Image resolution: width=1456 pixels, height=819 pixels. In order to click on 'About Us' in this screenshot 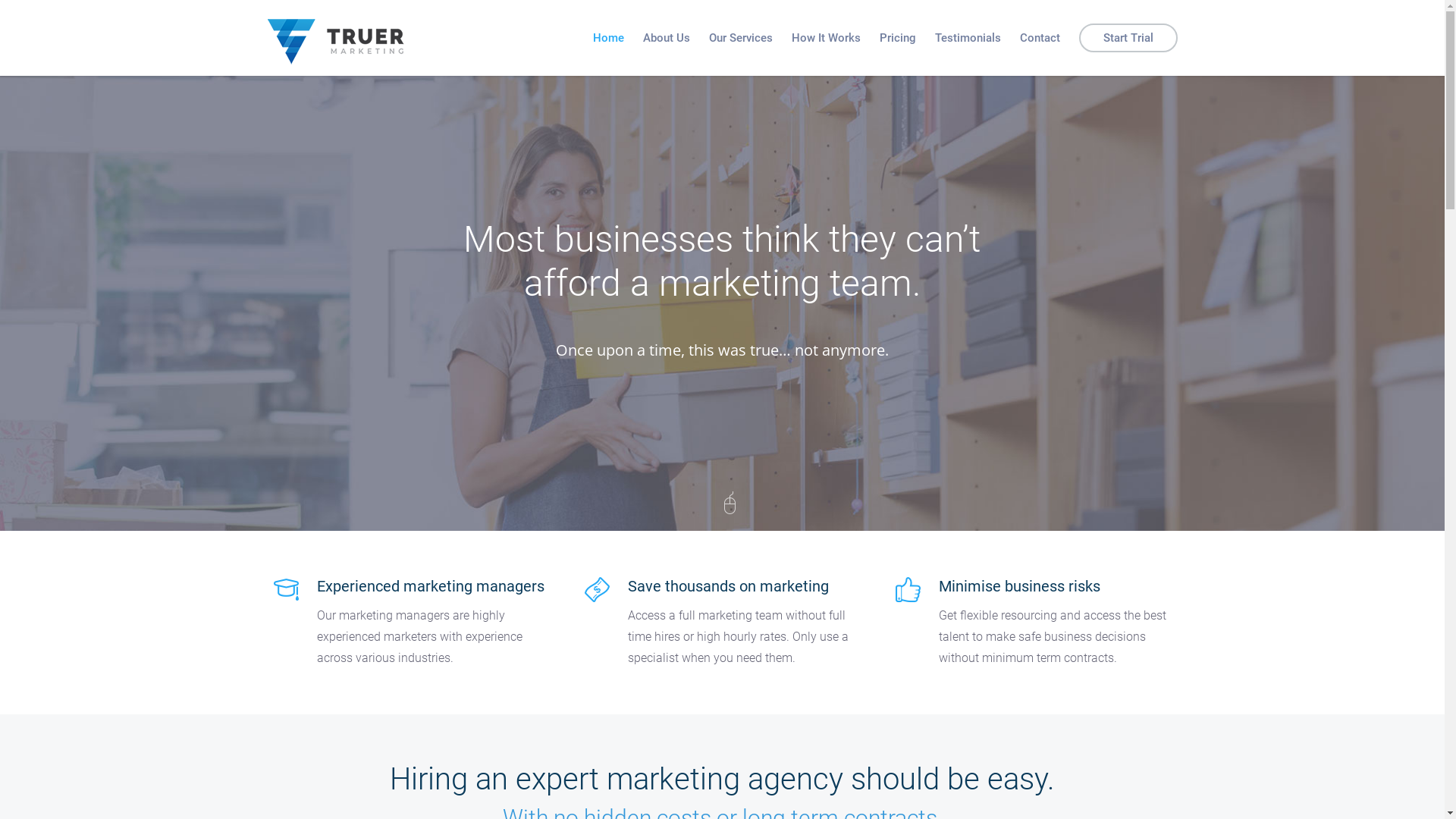, I will do `click(666, 37)`.